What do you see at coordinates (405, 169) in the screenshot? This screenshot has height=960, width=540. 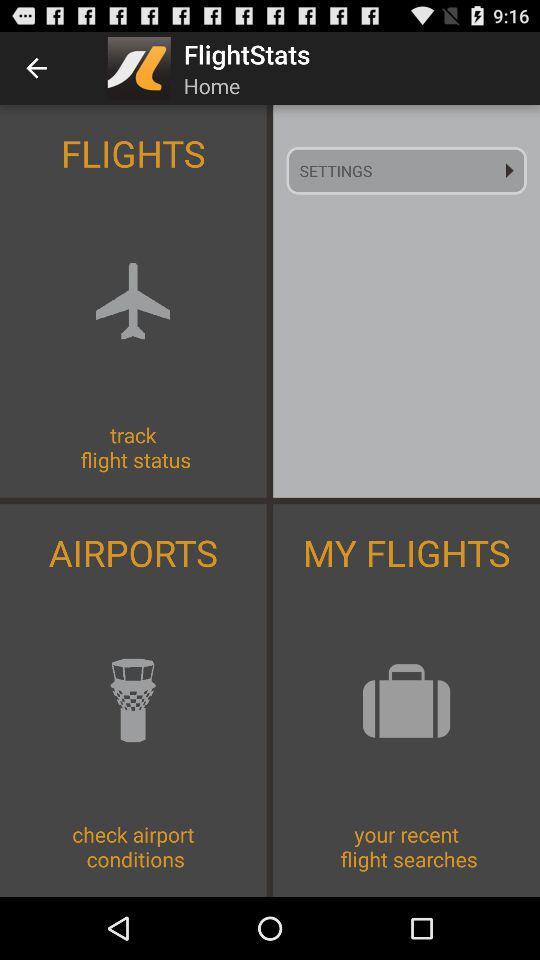 I see `the icon at the top right corner` at bounding box center [405, 169].